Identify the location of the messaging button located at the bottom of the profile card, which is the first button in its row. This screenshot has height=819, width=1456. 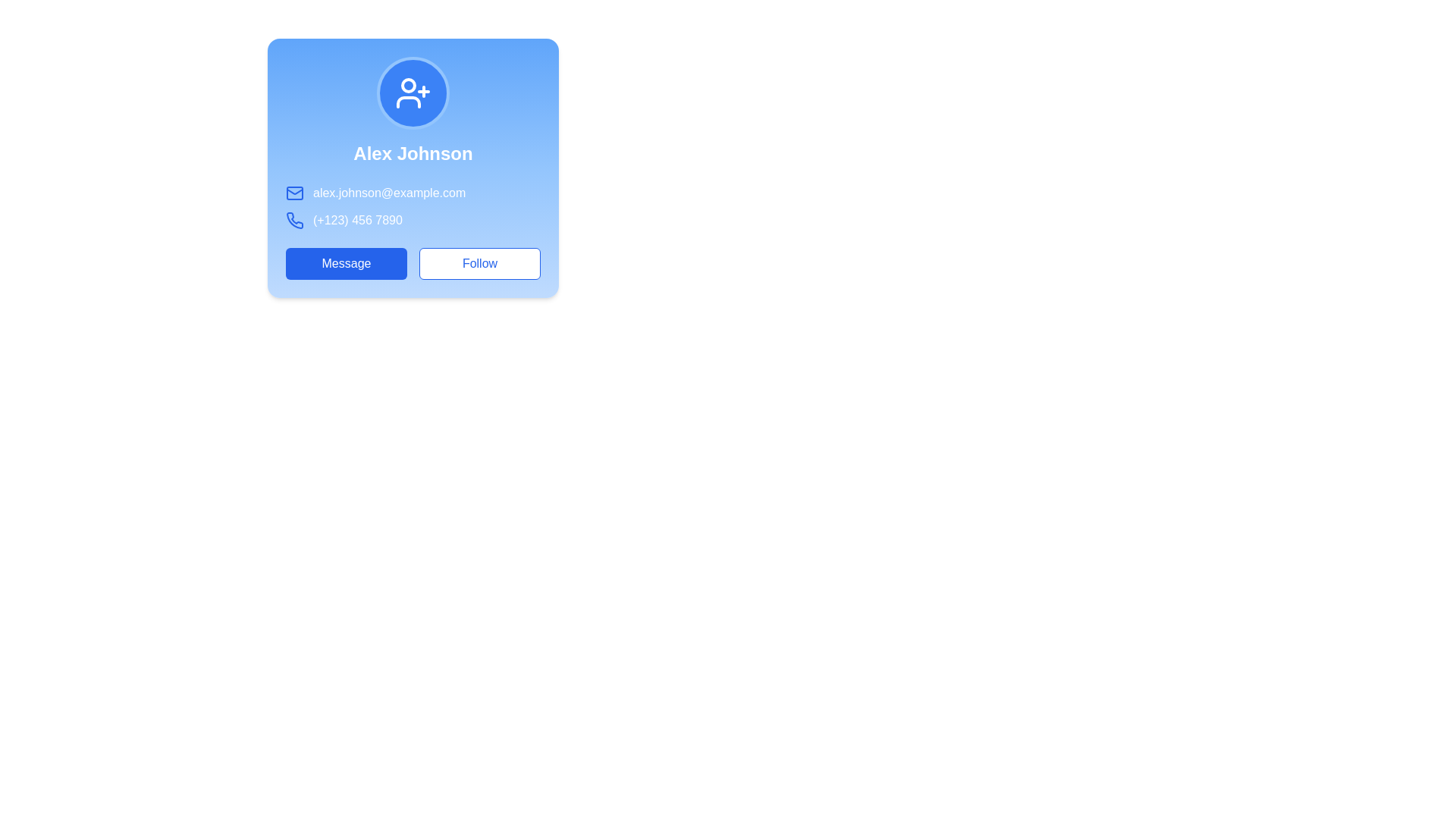
(345, 262).